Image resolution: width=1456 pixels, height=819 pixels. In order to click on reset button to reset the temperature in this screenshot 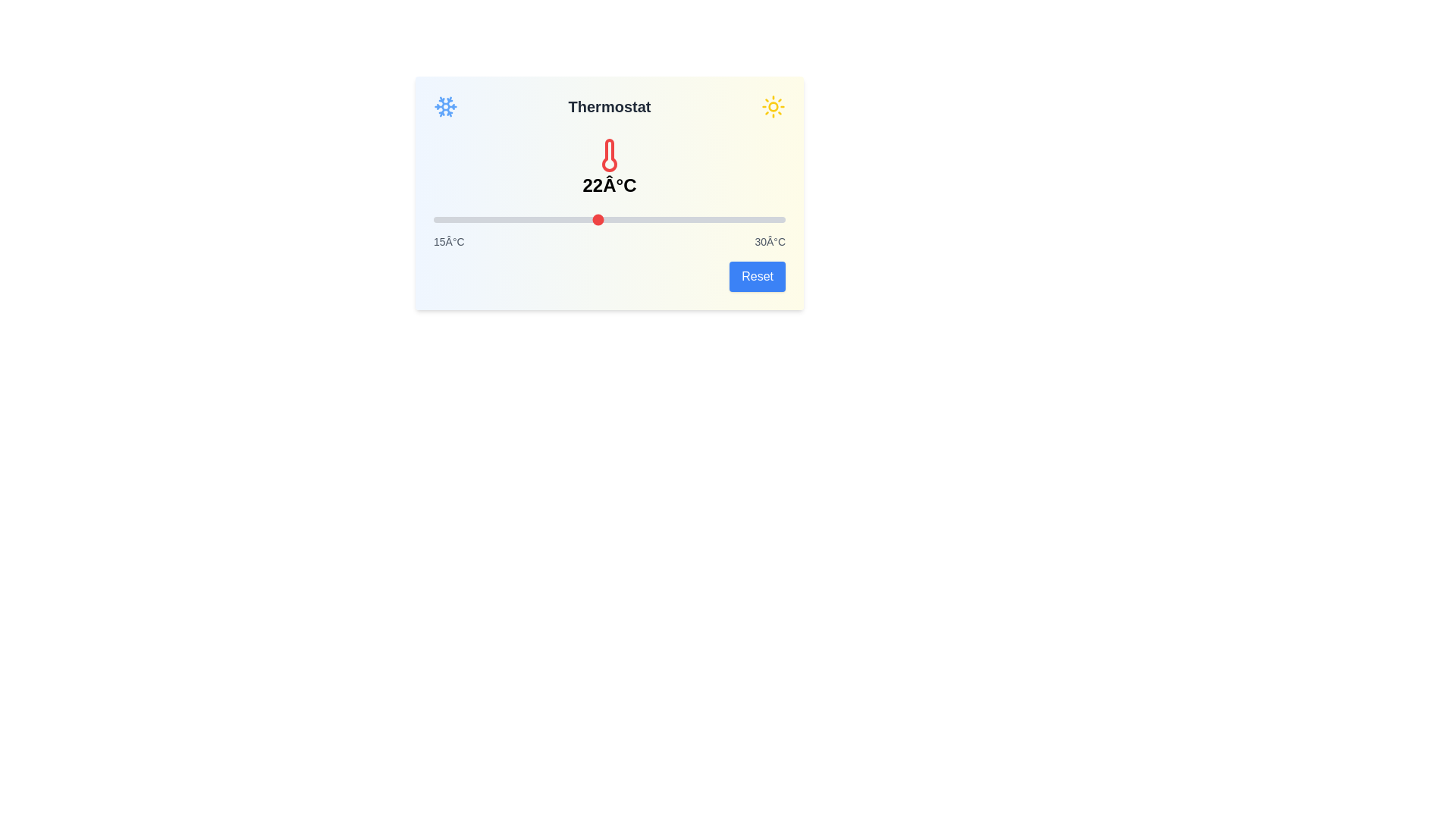, I will do `click(757, 277)`.